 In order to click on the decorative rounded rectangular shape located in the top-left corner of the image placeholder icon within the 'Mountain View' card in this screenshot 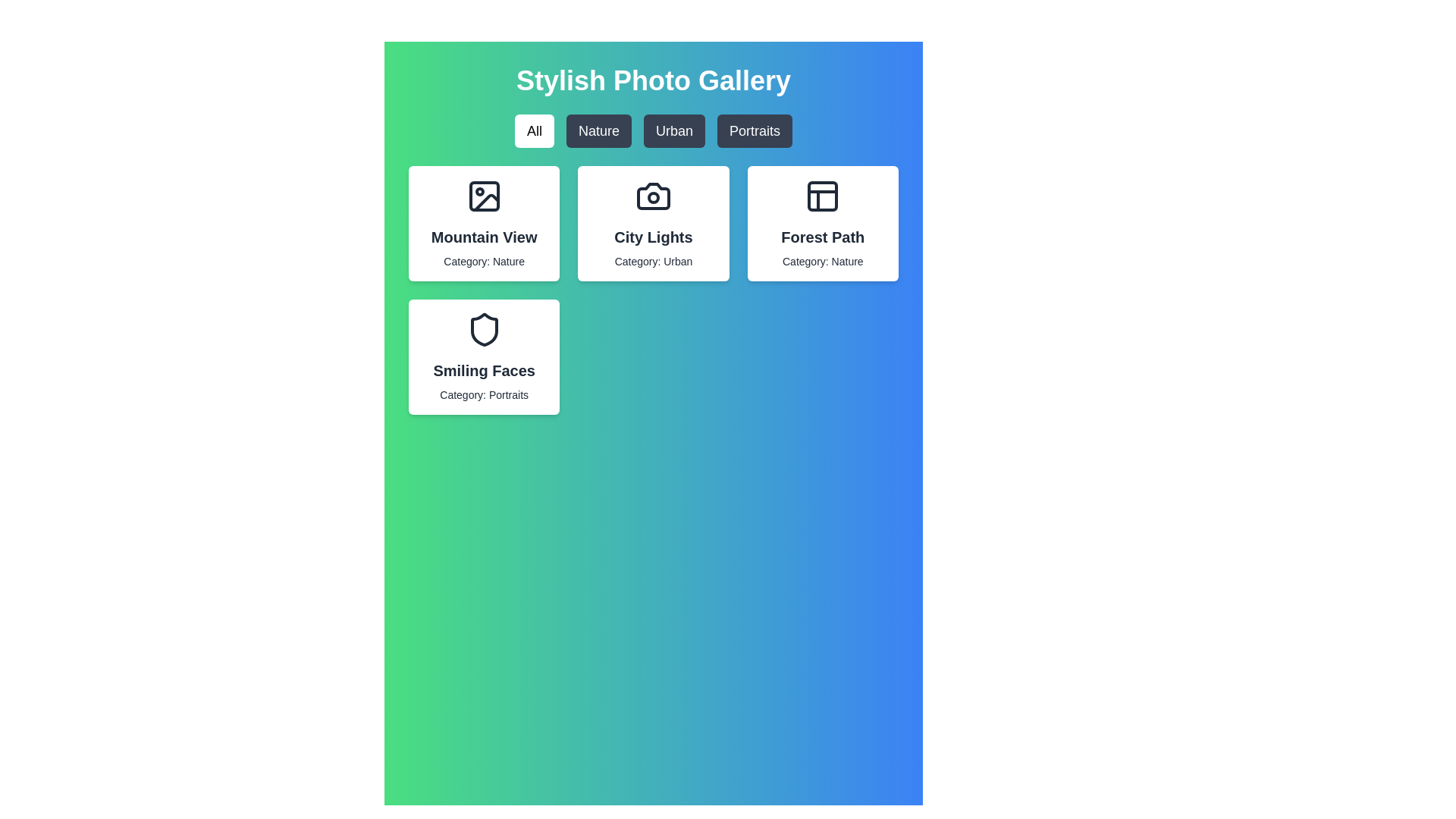, I will do `click(483, 195)`.